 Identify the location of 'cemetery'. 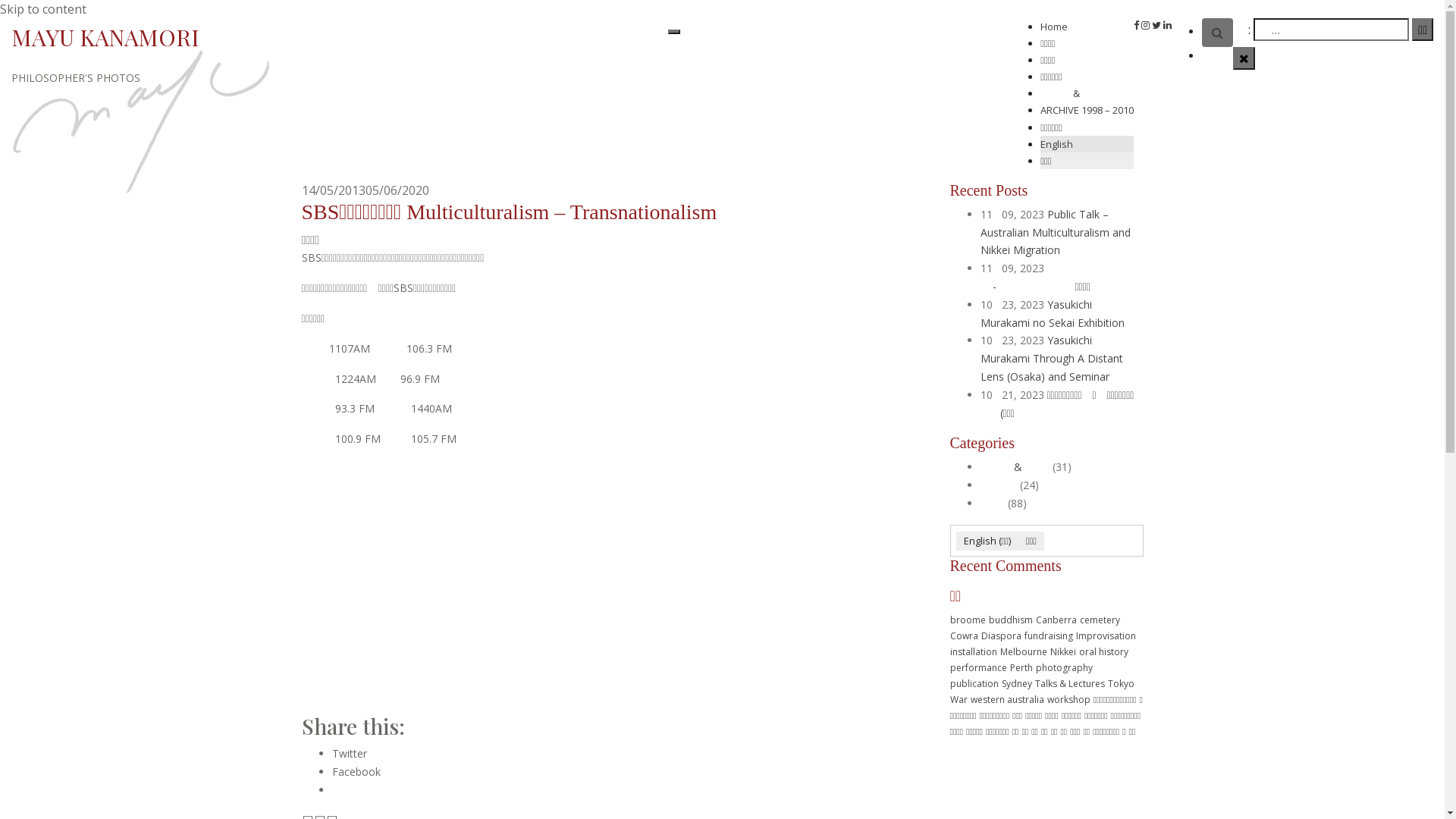
(1100, 620).